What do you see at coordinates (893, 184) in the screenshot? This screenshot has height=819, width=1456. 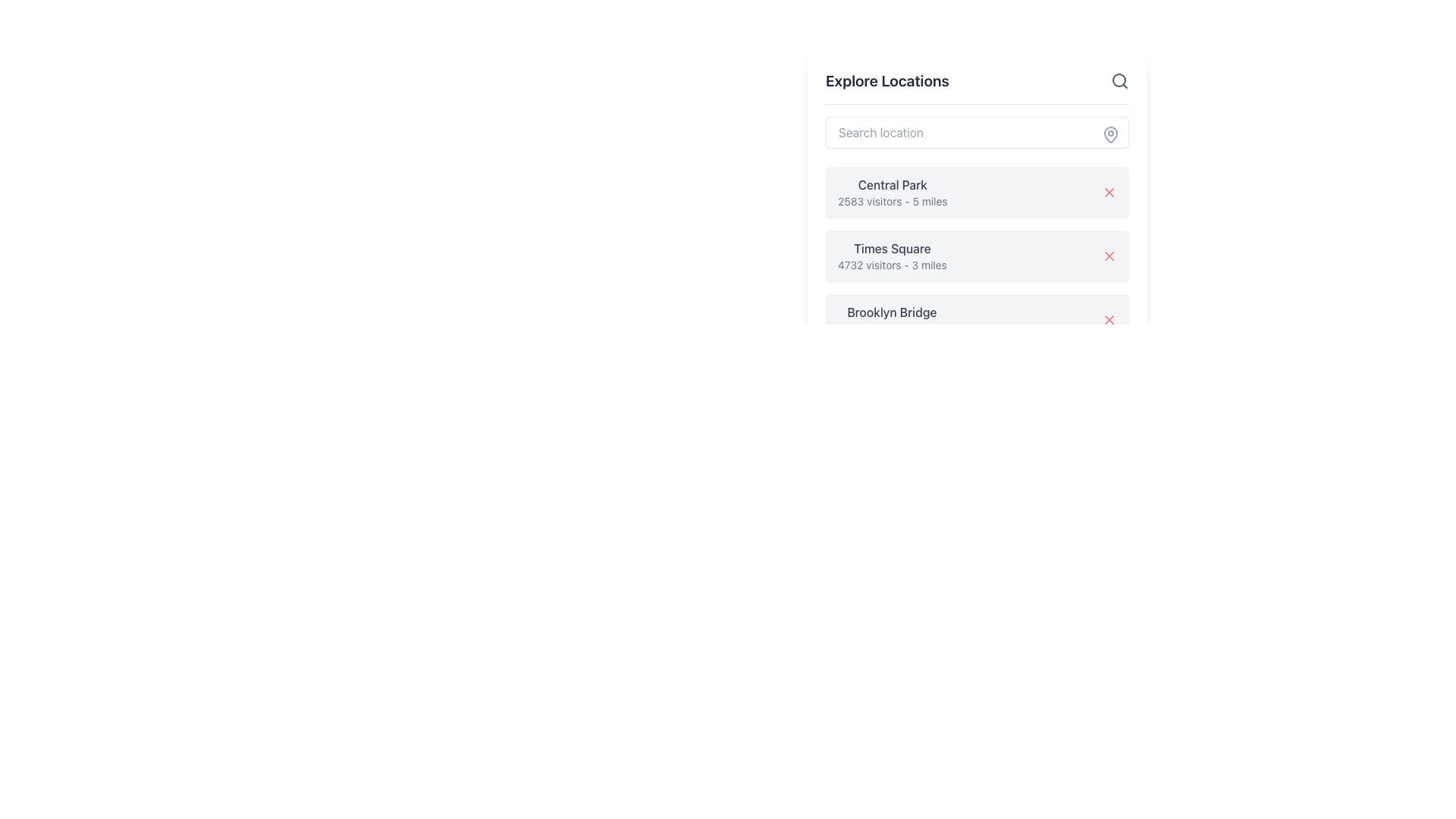 I see `the 'Central Park' text label, which represents the name of a location in the list of locations for exploration, located at the top of its list entry under the 'Explore Locations' header` at bounding box center [893, 184].